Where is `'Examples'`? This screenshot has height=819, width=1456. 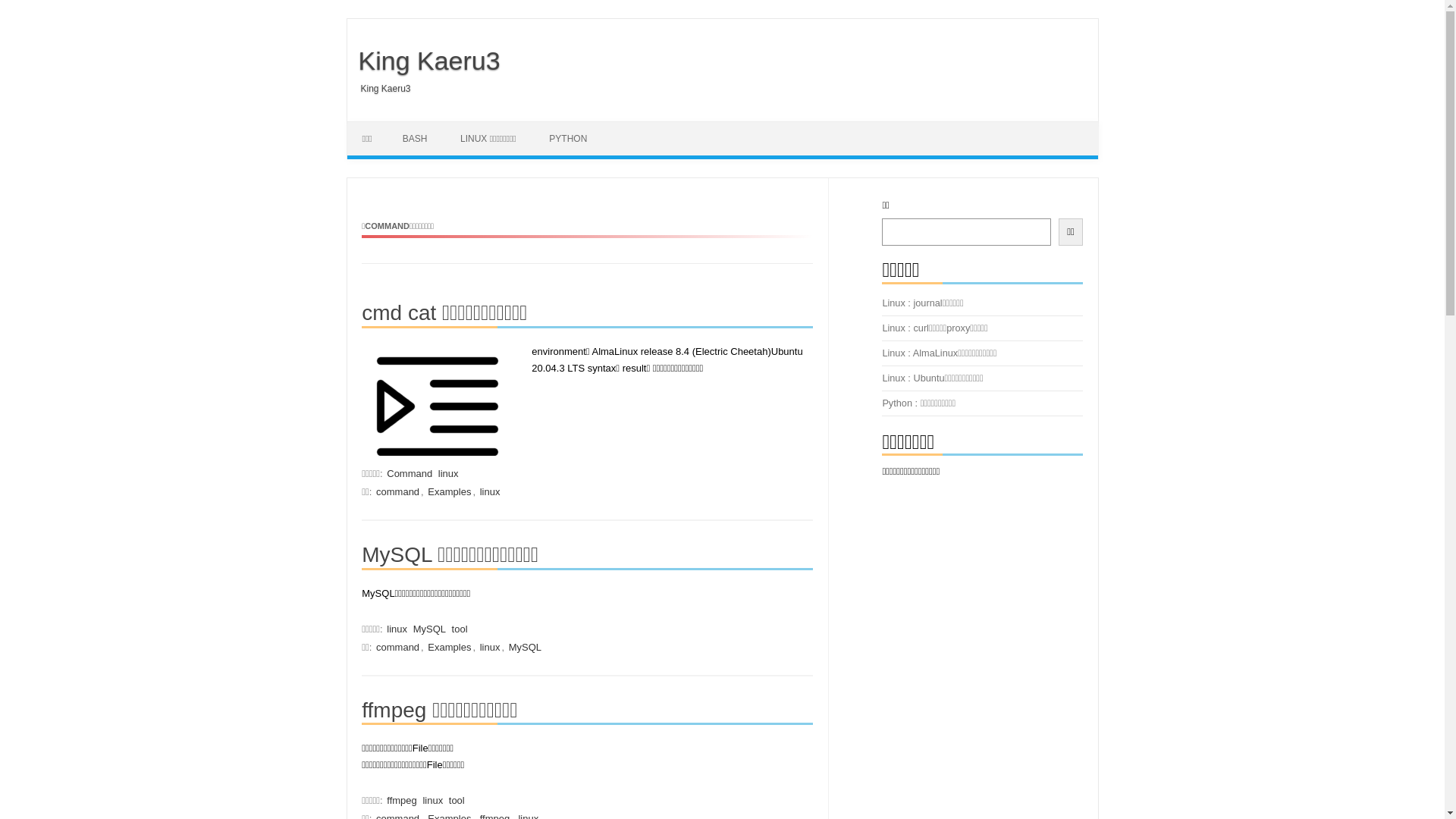 'Examples' is located at coordinates (448, 491).